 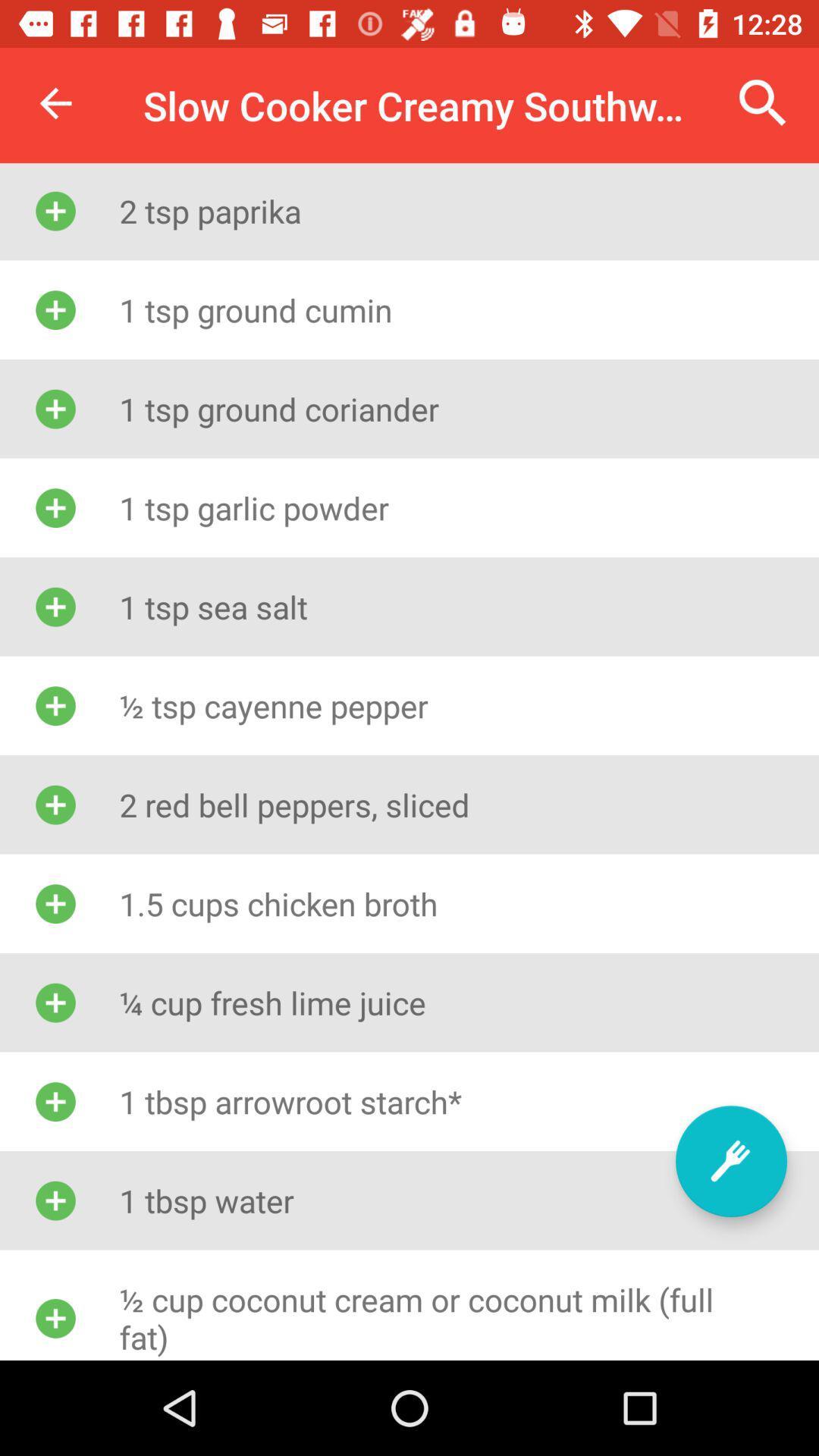 What do you see at coordinates (55, 102) in the screenshot?
I see `the item to the left of the slow cooker creamy item` at bounding box center [55, 102].